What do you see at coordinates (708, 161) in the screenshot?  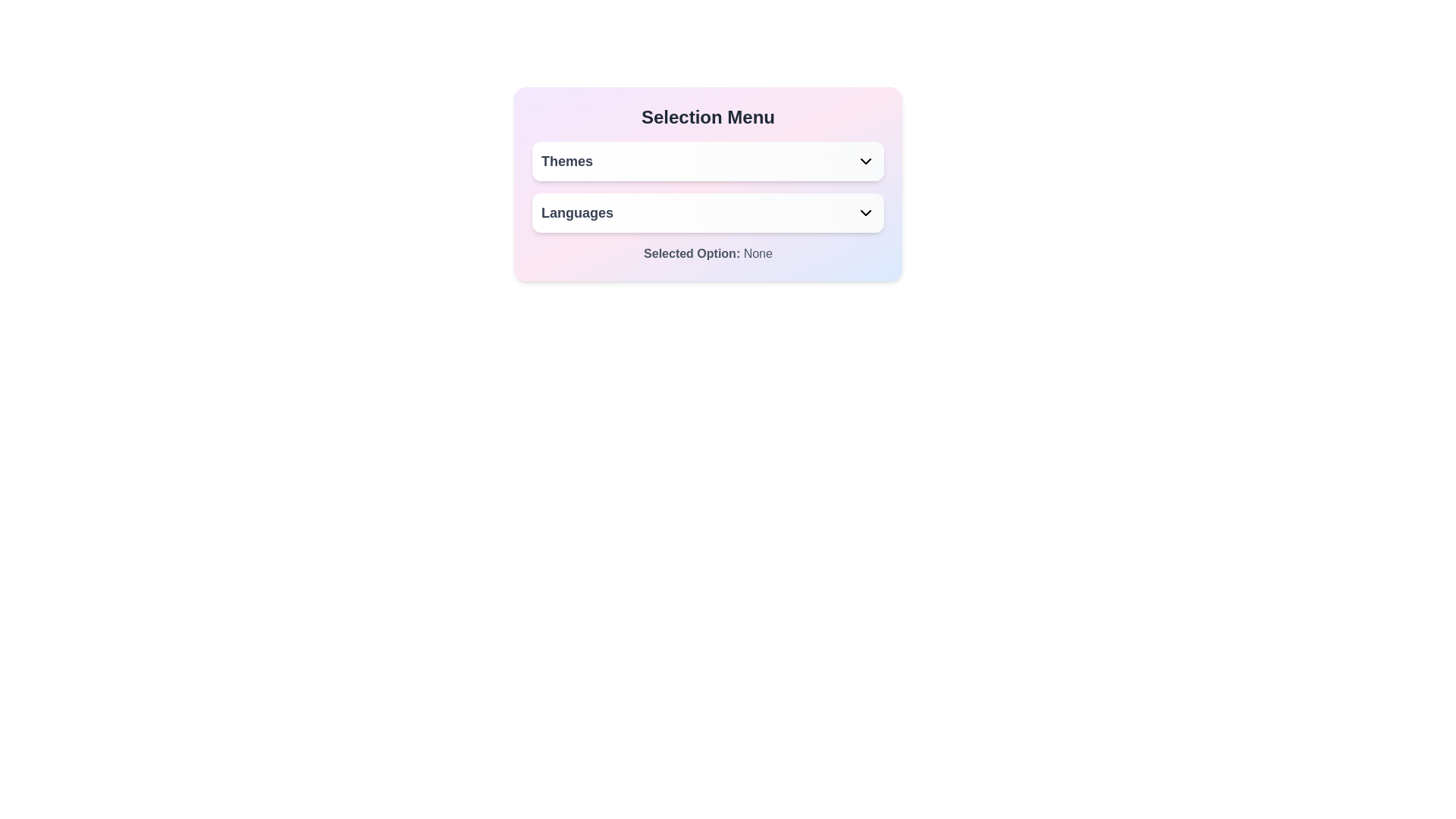 I see `the Dropdown menu located in the 'Selection Menu' section for keyboard navigation` at bounding box center [708, 161].